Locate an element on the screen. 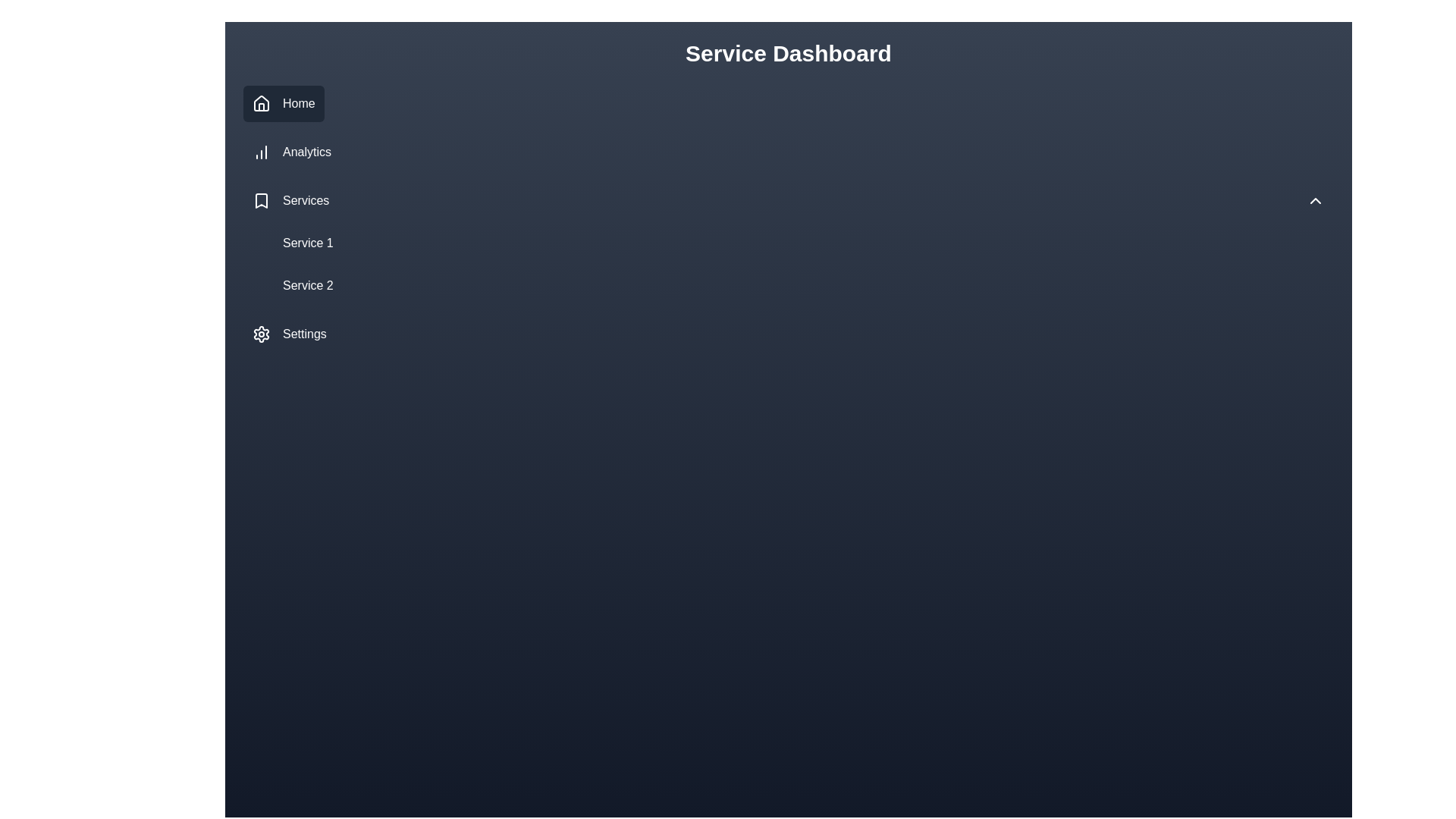 This screenshot has height=819, width=1456. the house-shaped icon in the sidebar next to the 'Home' label is located at coordinates (262, 102).